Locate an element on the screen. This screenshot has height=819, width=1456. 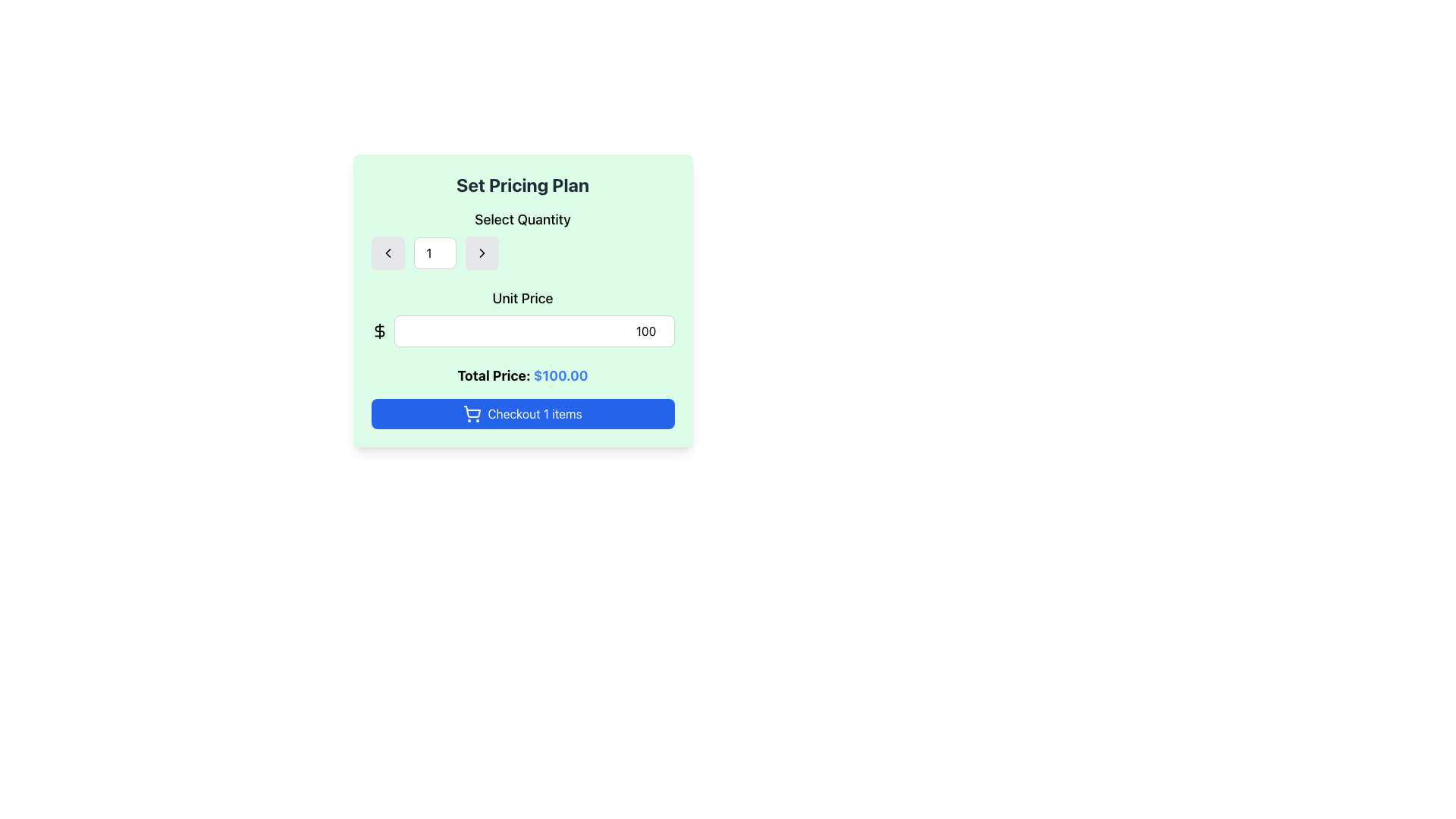
the text display element showing 'Total Price: $100.00', which is styled with a bold black font for 'Total Price:' and a blue font for '$100.00', located in a green background panel below the 'Unit Price' field is located at coordinates (522, 375).